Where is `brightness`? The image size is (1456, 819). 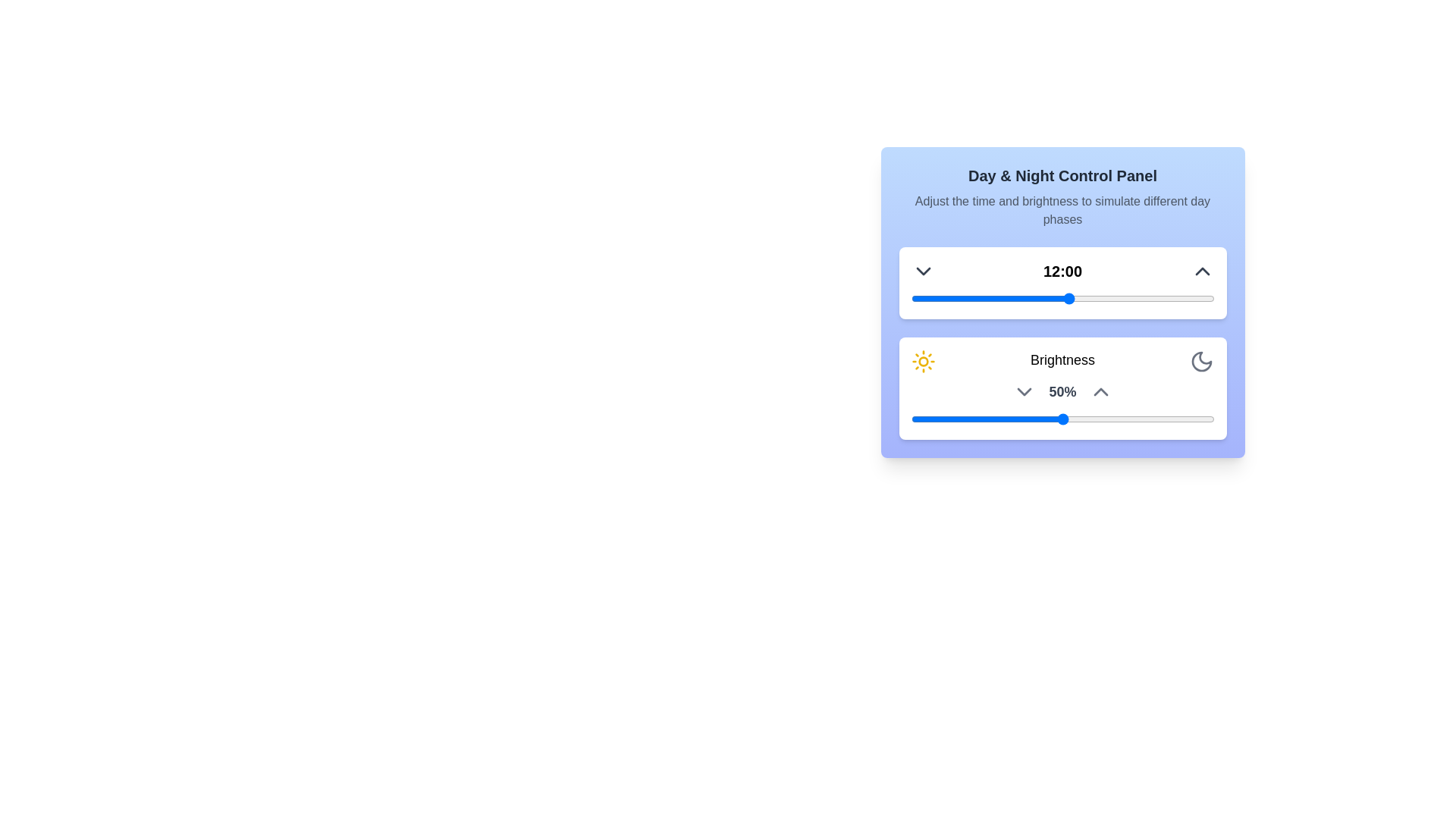 brightness is located at coordinates (1037, 419).